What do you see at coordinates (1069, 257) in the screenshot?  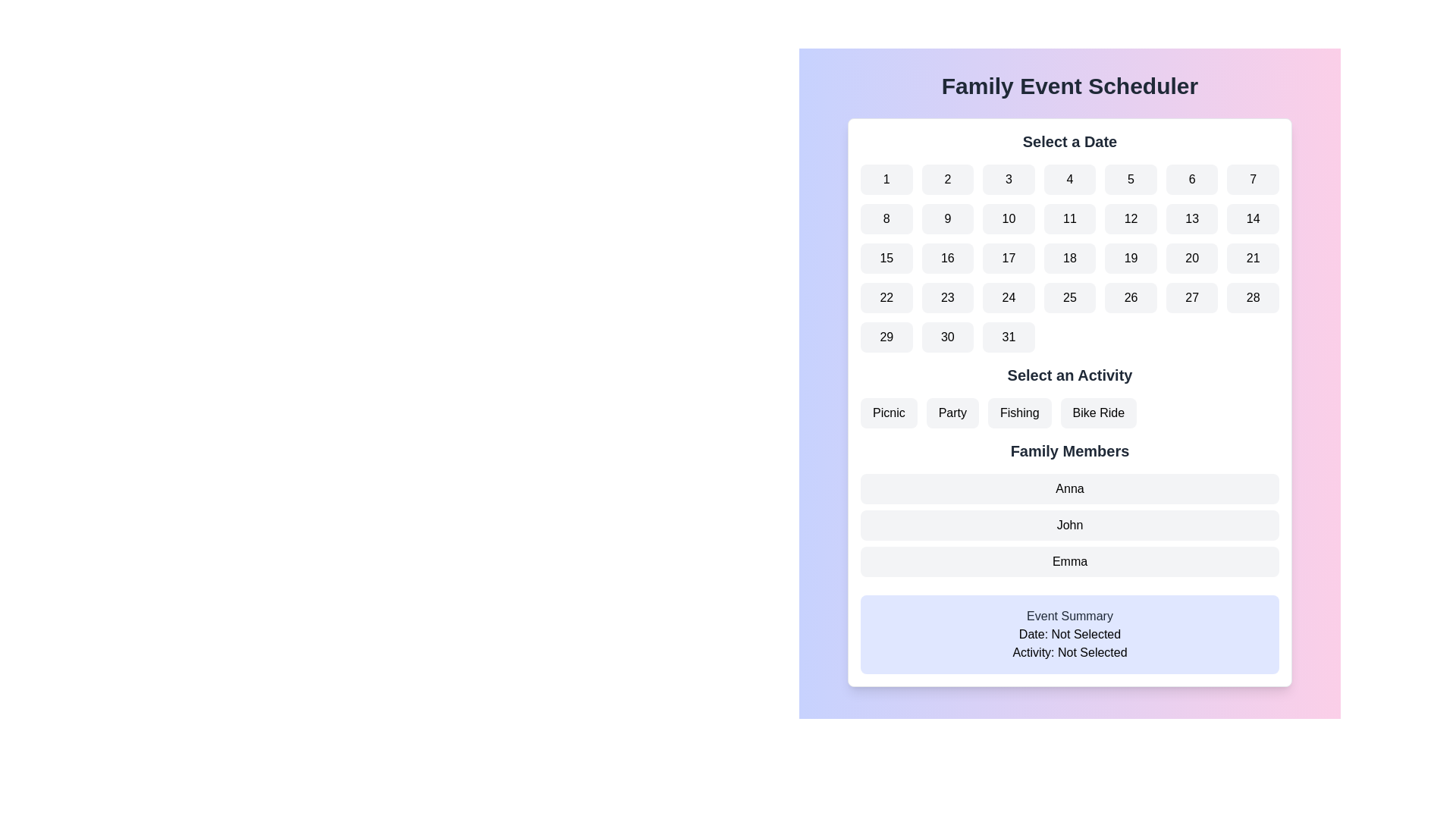 I see `the button displaying the numeral '18', which is a rectangular button with rounded corners and a light gray background` at bounding box center [1069, 257].